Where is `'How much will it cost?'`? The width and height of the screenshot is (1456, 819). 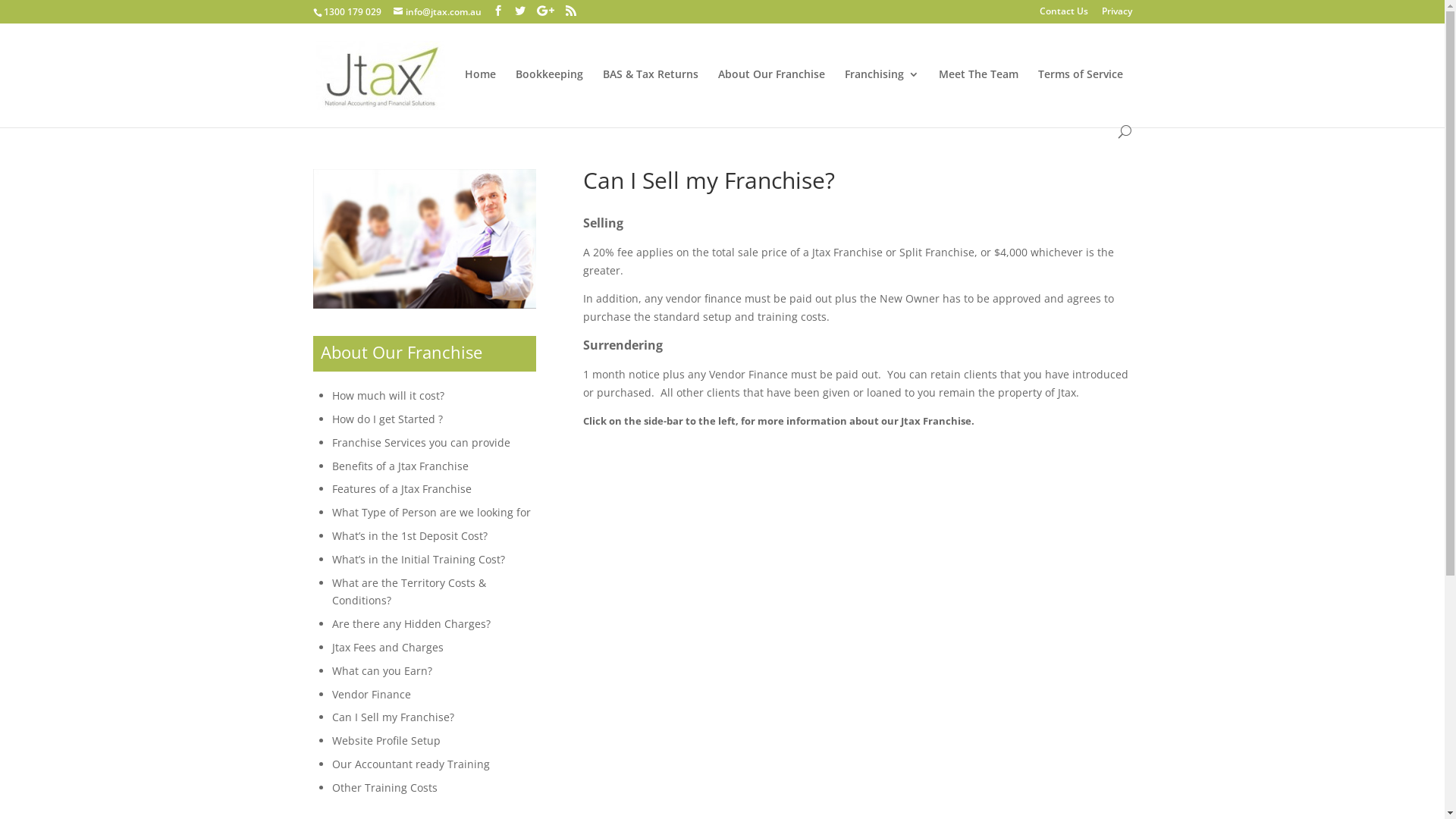
'How much will it cost?' is located at coordinates (388, 394).